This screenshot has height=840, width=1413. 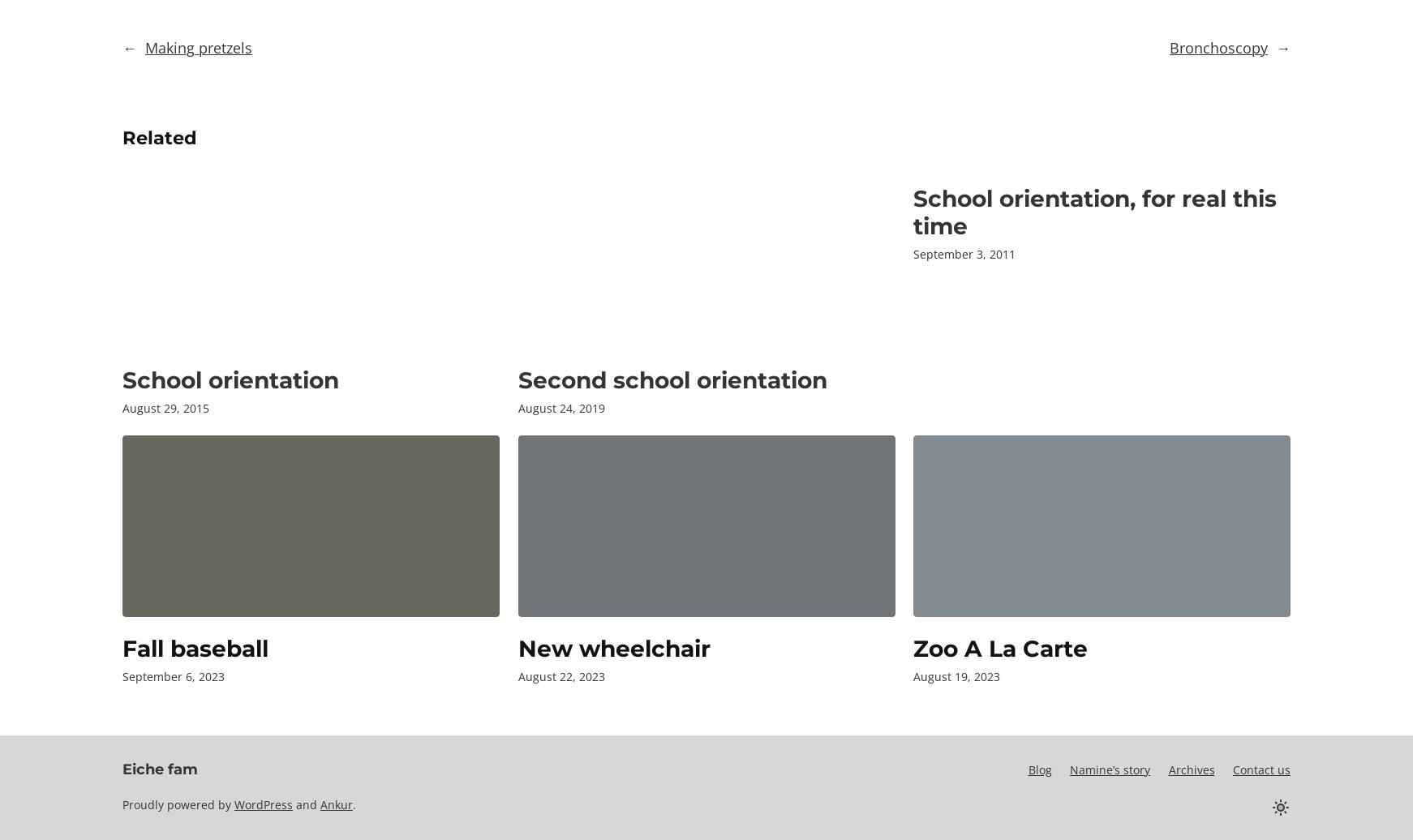 What do you see at coordinates (1095, 212) in the screenshot?
I see `'School orientation, for real this time'` at bounding box center [1095, 212].